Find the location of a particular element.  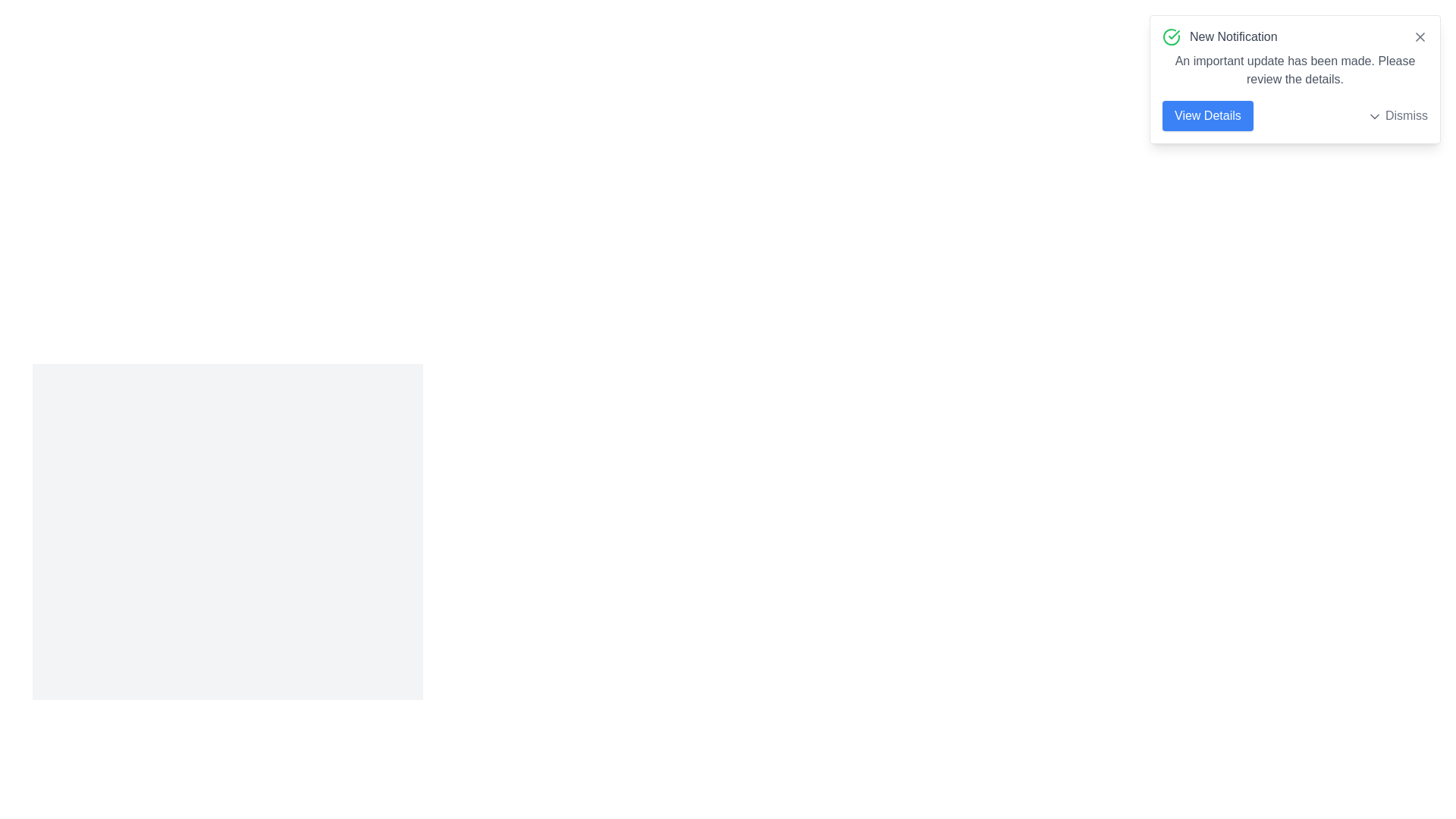

the text content of the alert and copy it to the clipboard is located at coordinates (1161, 52).